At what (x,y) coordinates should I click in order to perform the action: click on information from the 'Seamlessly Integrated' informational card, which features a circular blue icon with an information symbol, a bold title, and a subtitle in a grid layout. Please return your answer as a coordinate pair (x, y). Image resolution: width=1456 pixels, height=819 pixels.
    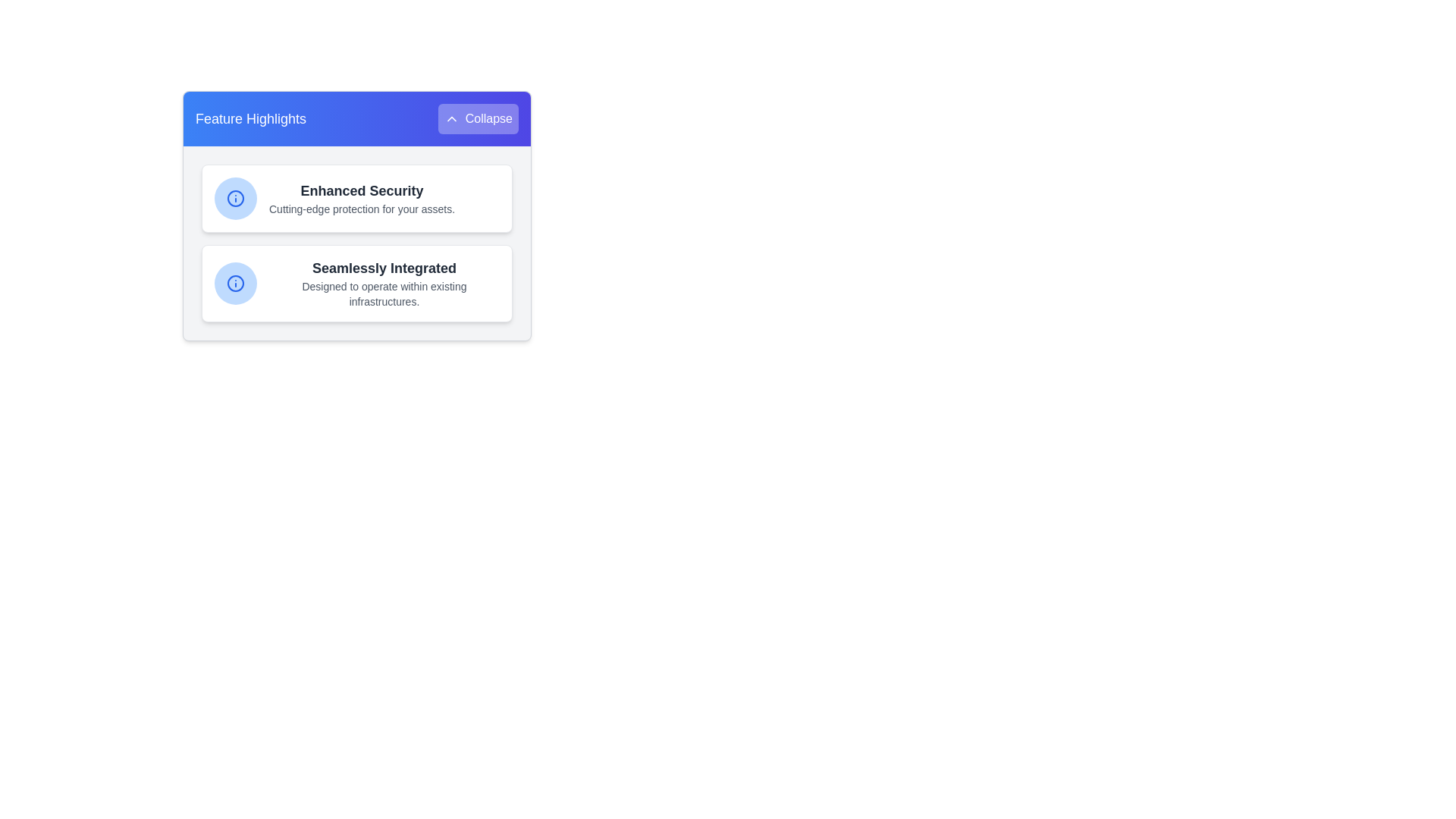
    Looking at the image, I should click on (356, 284).